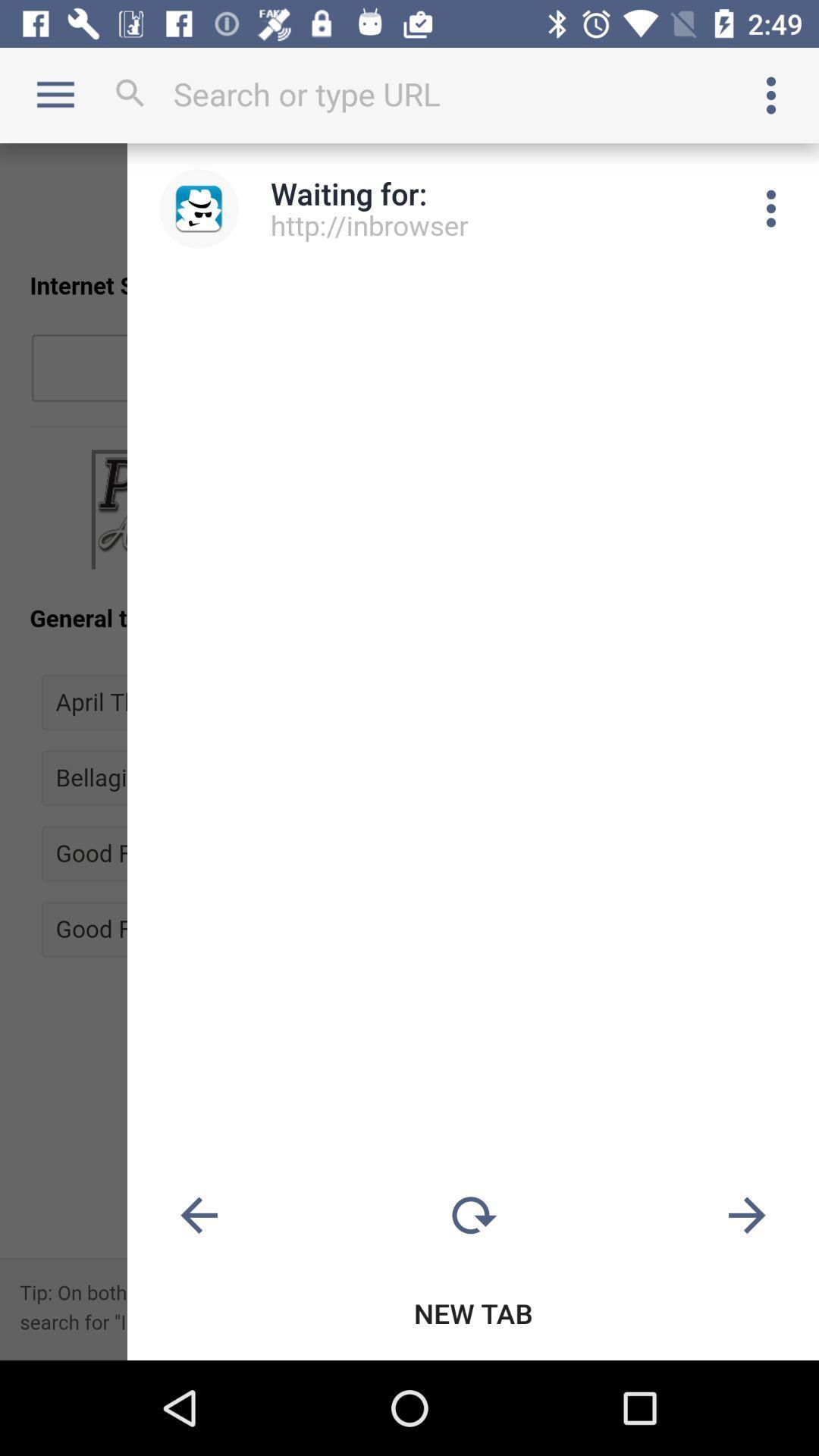  What do you see at coordinates (746, 1216) in the screenshot?
I see `next page` at bounding box center [746, 1216].